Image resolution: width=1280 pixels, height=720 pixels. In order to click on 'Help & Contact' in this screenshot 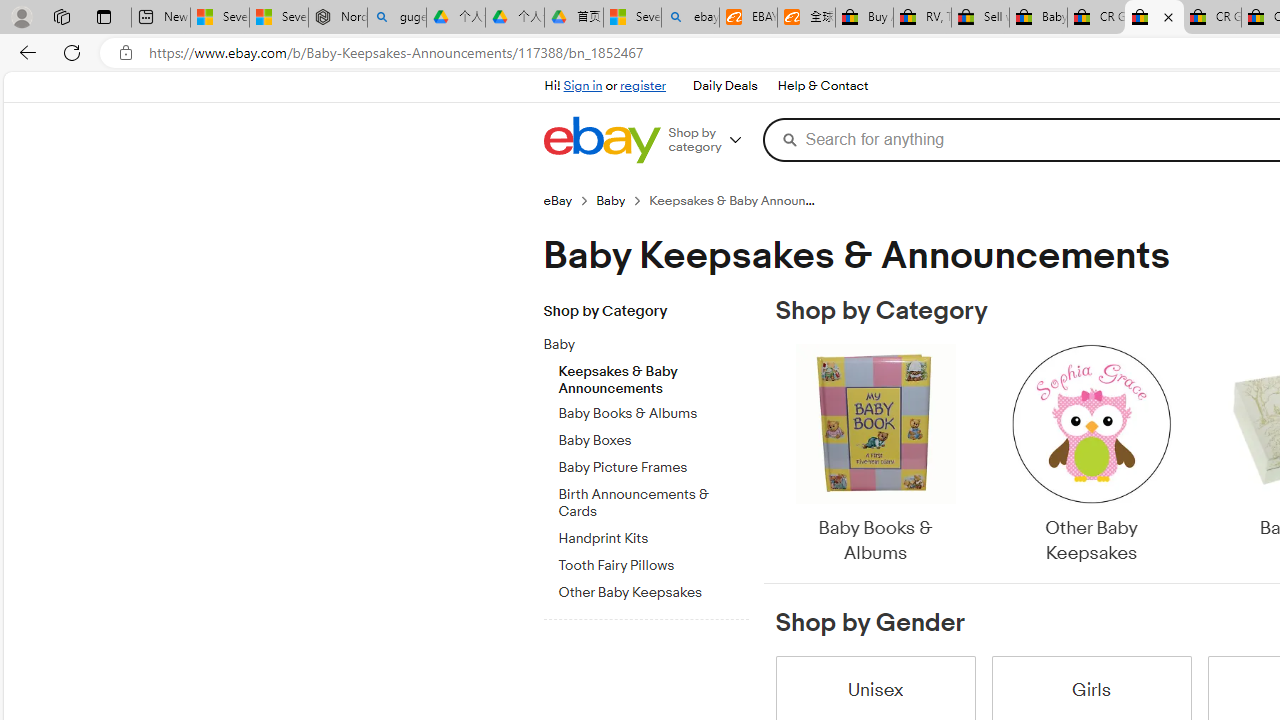, I will do `click(823, 86)`.